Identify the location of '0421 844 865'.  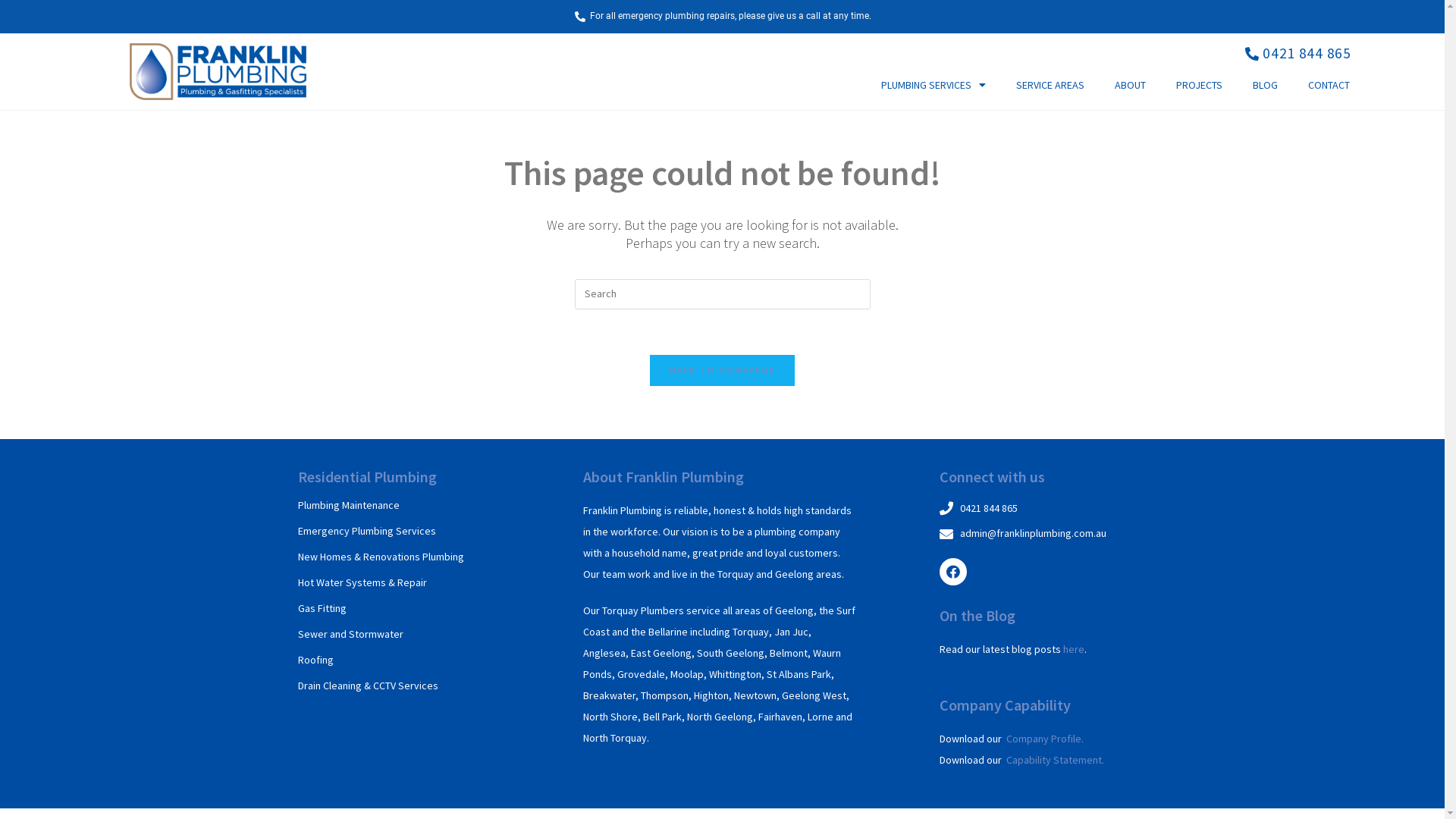
(1295, 52).